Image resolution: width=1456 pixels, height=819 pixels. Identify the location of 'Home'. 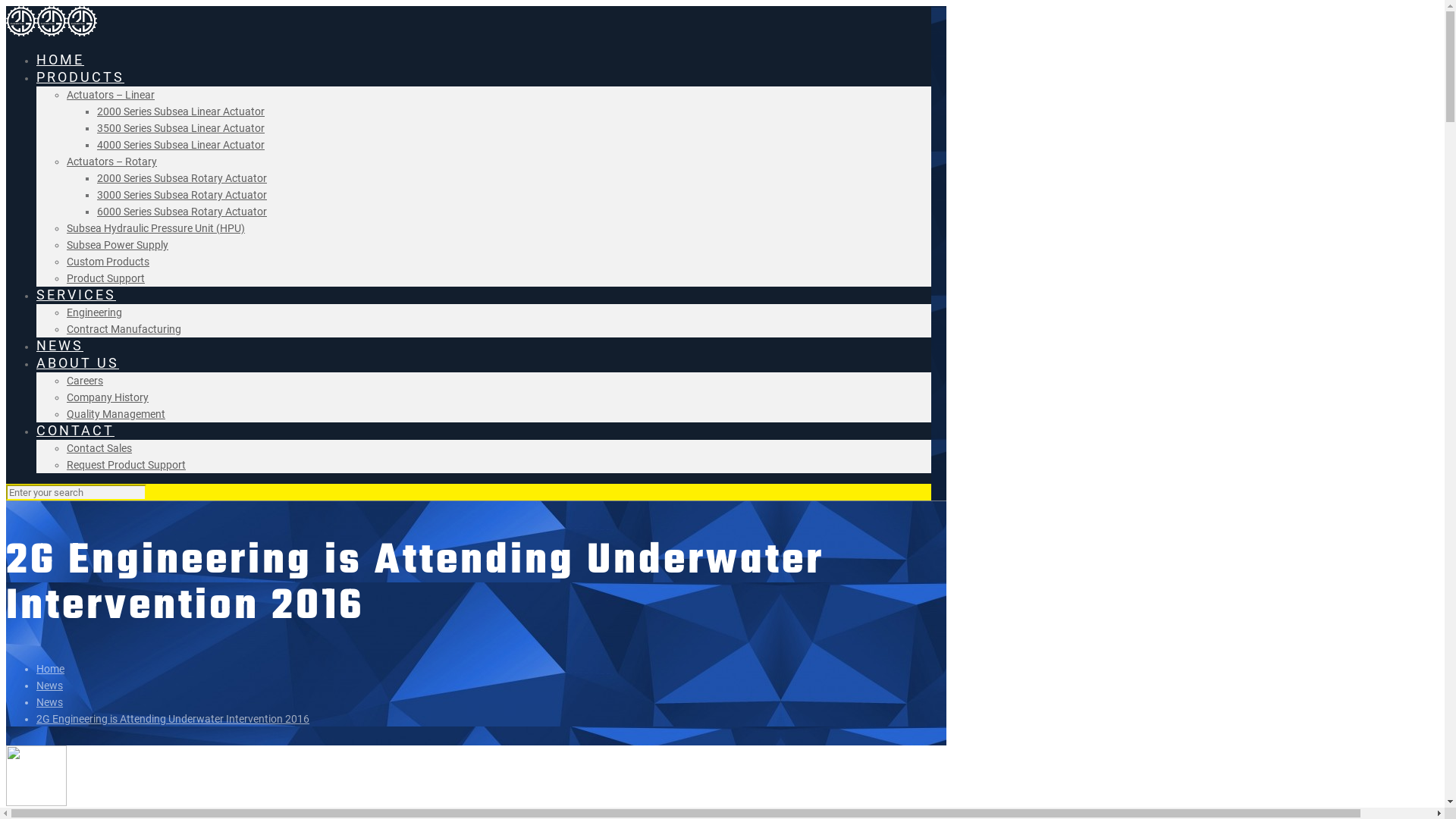
(50, 668).